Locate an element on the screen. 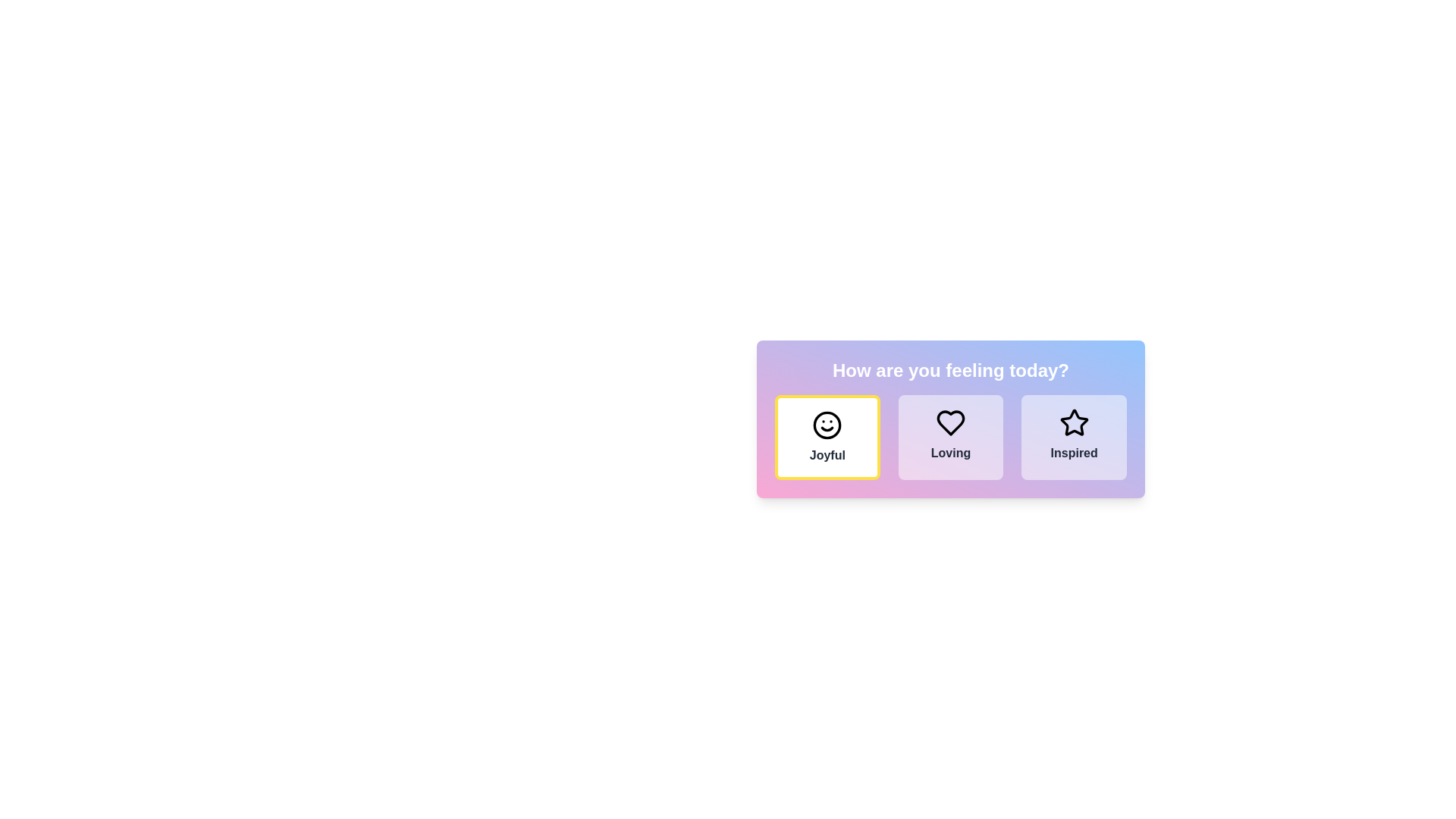 The height and width of the screenshot is (819, 1456). the 'Inspired' selectable card, which is the third card in the set of three horizontally-aligned cards under the heading 'How are you feeling today?' is located at coordinates (1073, 438).